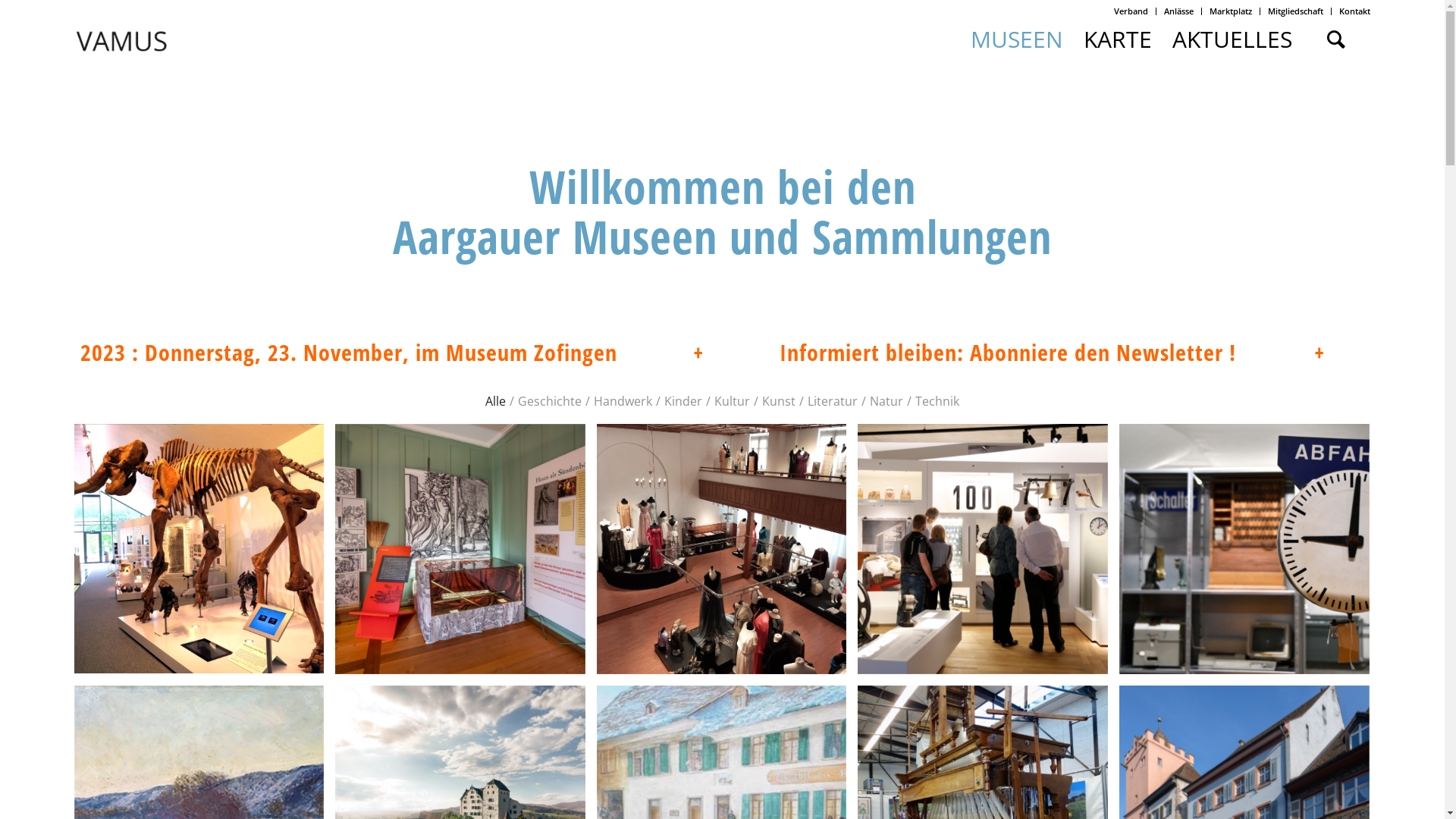  I want to click on 'Modesammlung Uerkheim', so click(720, 548).